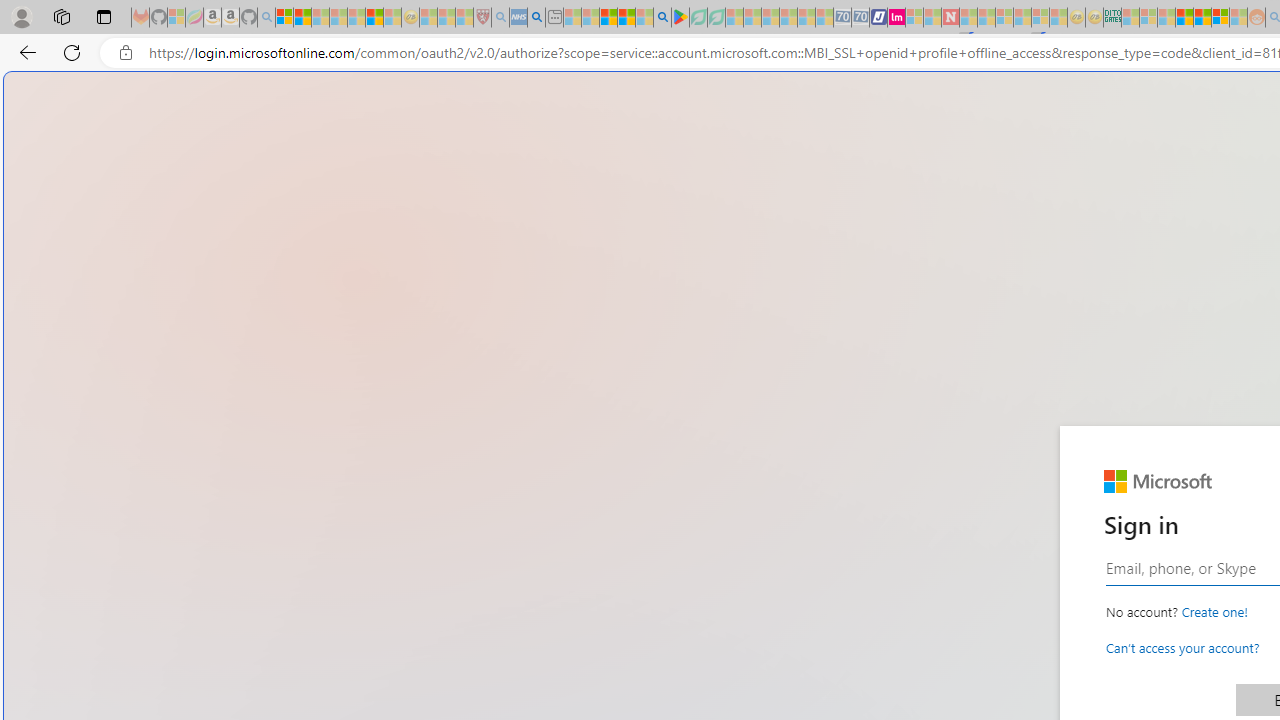  Describe the element at coordinates (680, 17) in the screenshot. I see `'Bluey: Let'` at that location.